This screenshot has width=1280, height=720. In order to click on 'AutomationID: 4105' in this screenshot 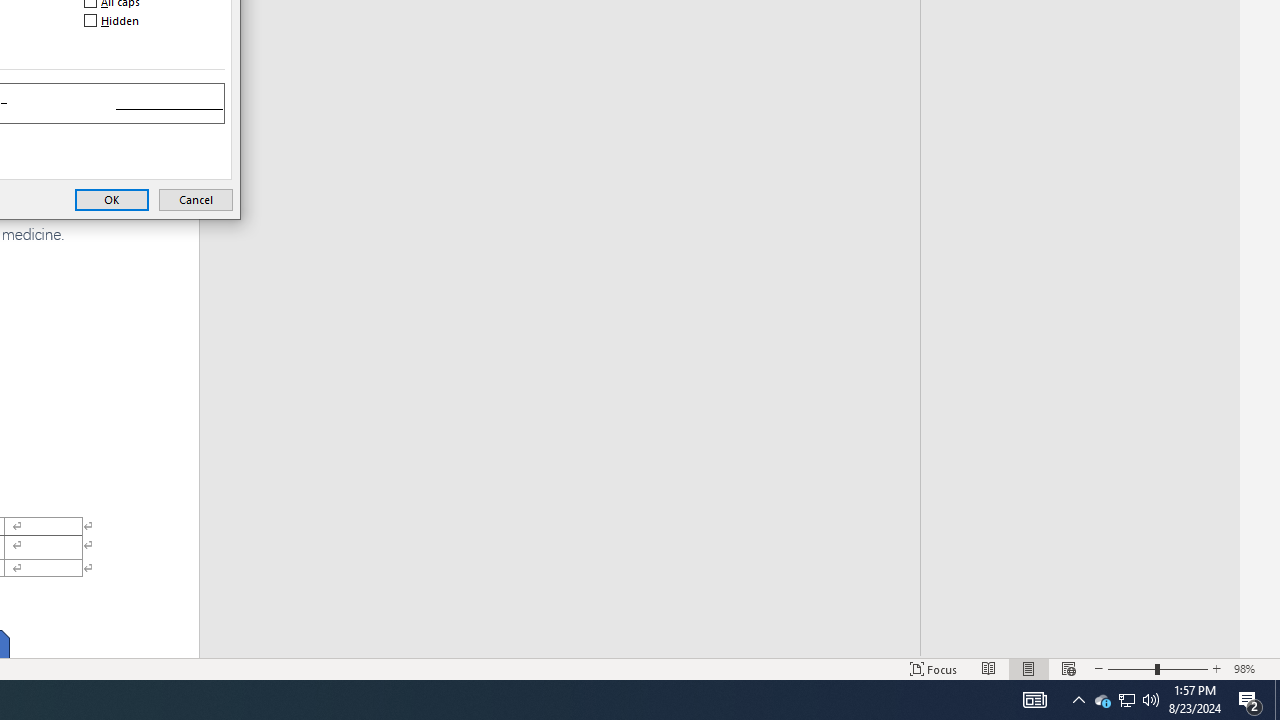, I will do `click(1078, 698)`.